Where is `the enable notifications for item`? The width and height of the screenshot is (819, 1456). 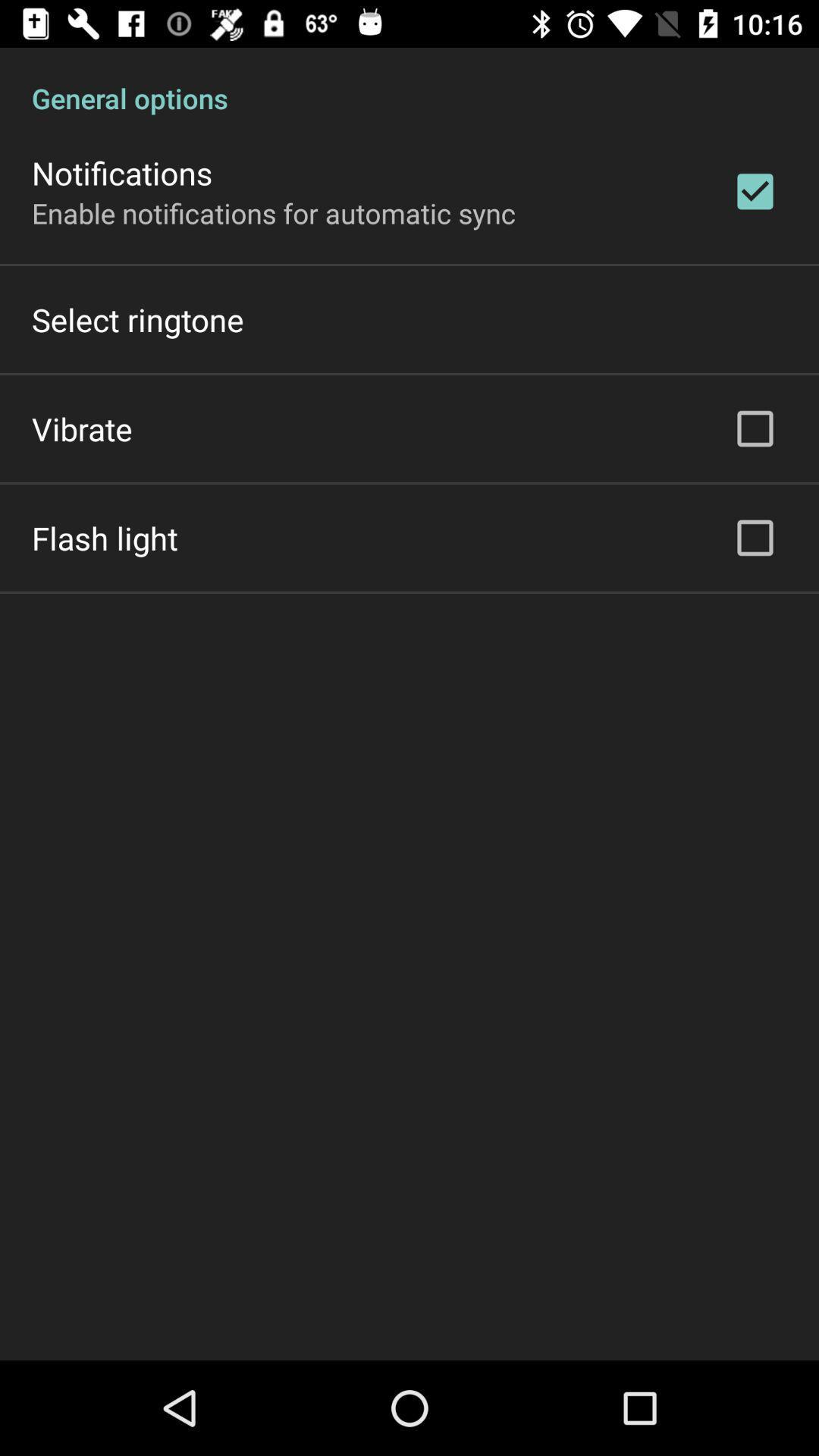
the enable notifications for item is located at coordinates (274, 212).